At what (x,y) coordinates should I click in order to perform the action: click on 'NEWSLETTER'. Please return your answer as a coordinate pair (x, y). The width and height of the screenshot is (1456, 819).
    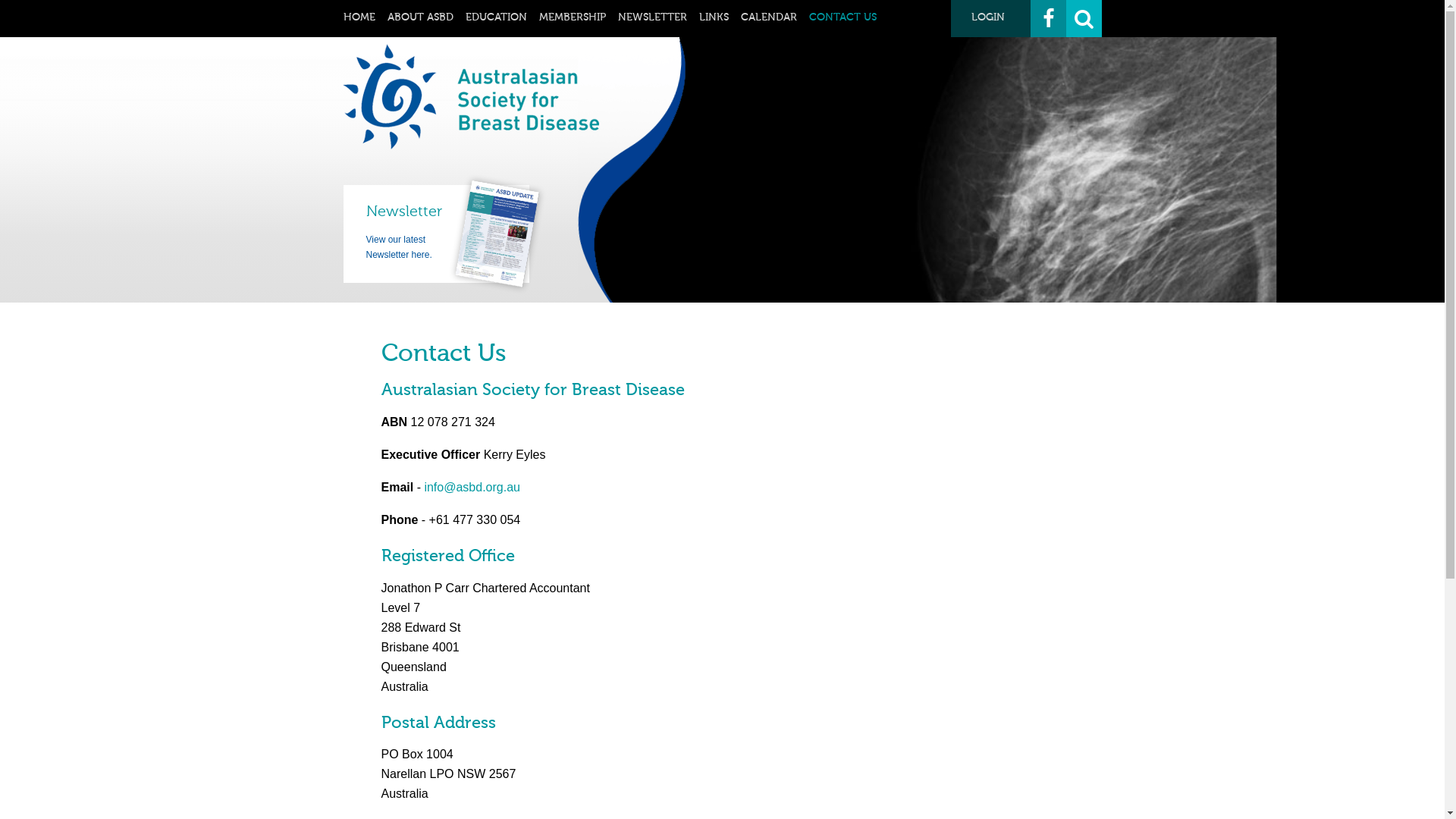
    Looking at the image, I should click on (651, 17).